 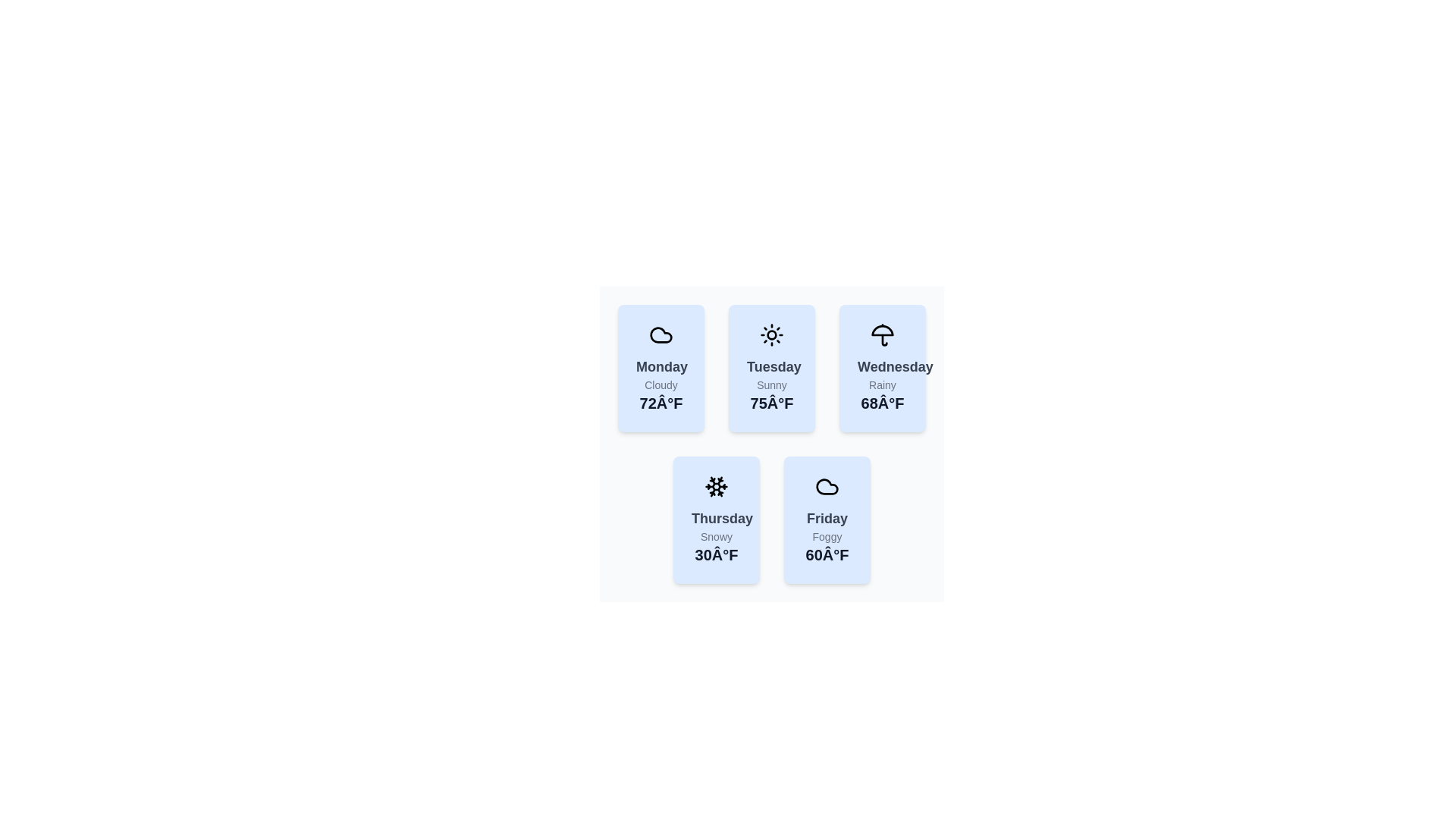 I want to click on the weather condition icon representing 'Foggy' for Friday, so click(x=826, y=486).